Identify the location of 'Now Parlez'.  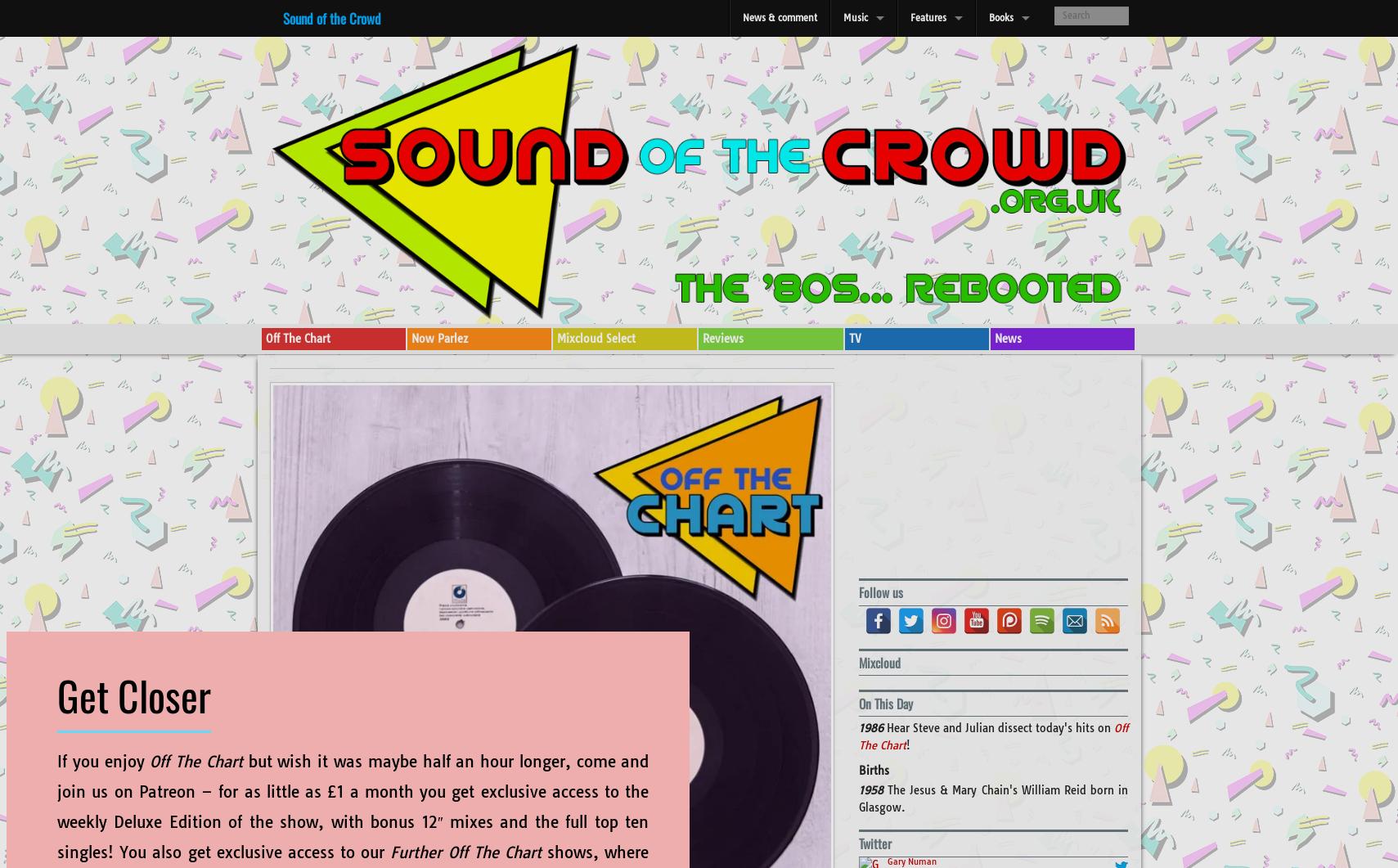
(438, 339).